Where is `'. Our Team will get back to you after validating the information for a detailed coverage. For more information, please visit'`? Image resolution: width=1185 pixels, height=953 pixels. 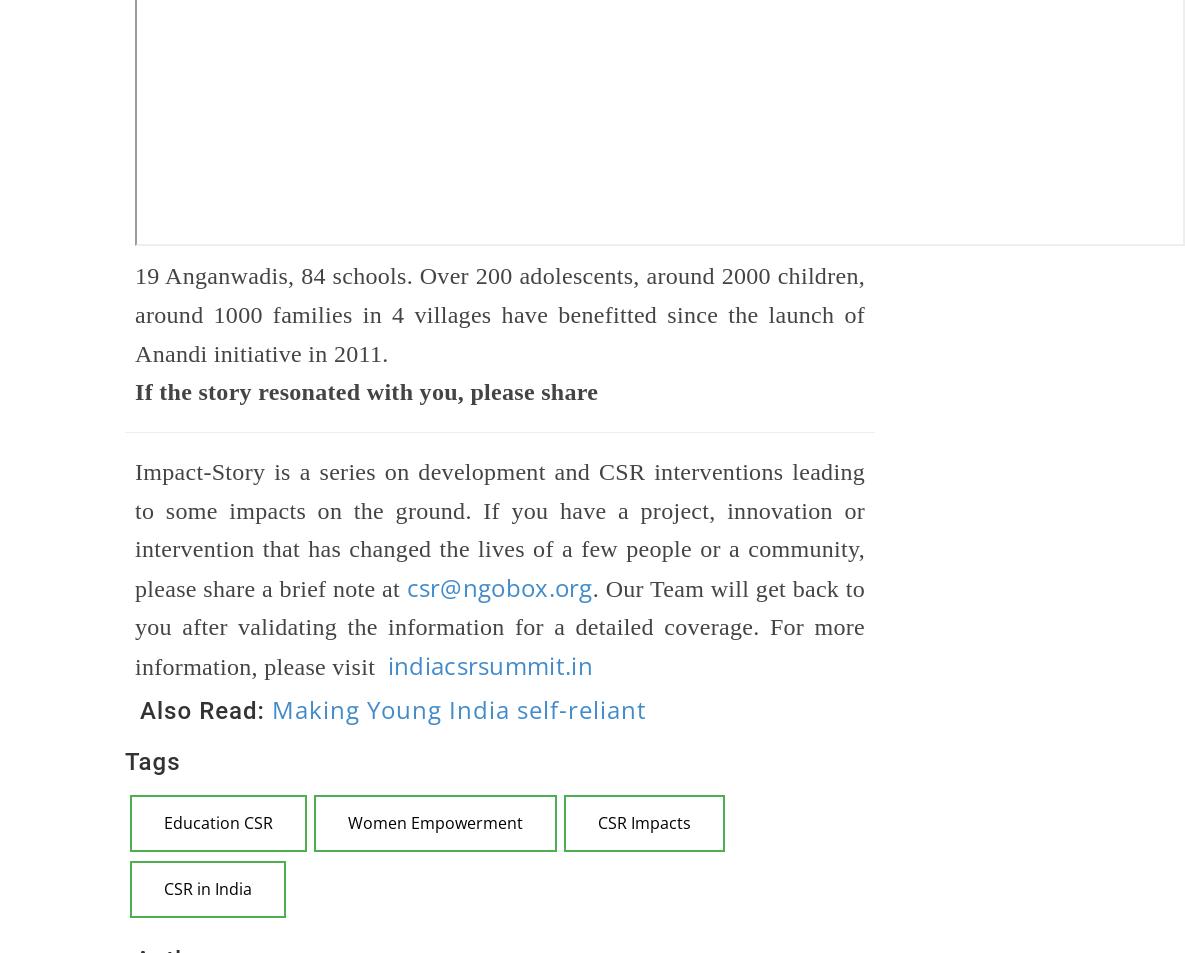 '. Our Team will get back to you after validating the information for a detailed coverage. For more information, please visit' is located at coordinates (499, 627).